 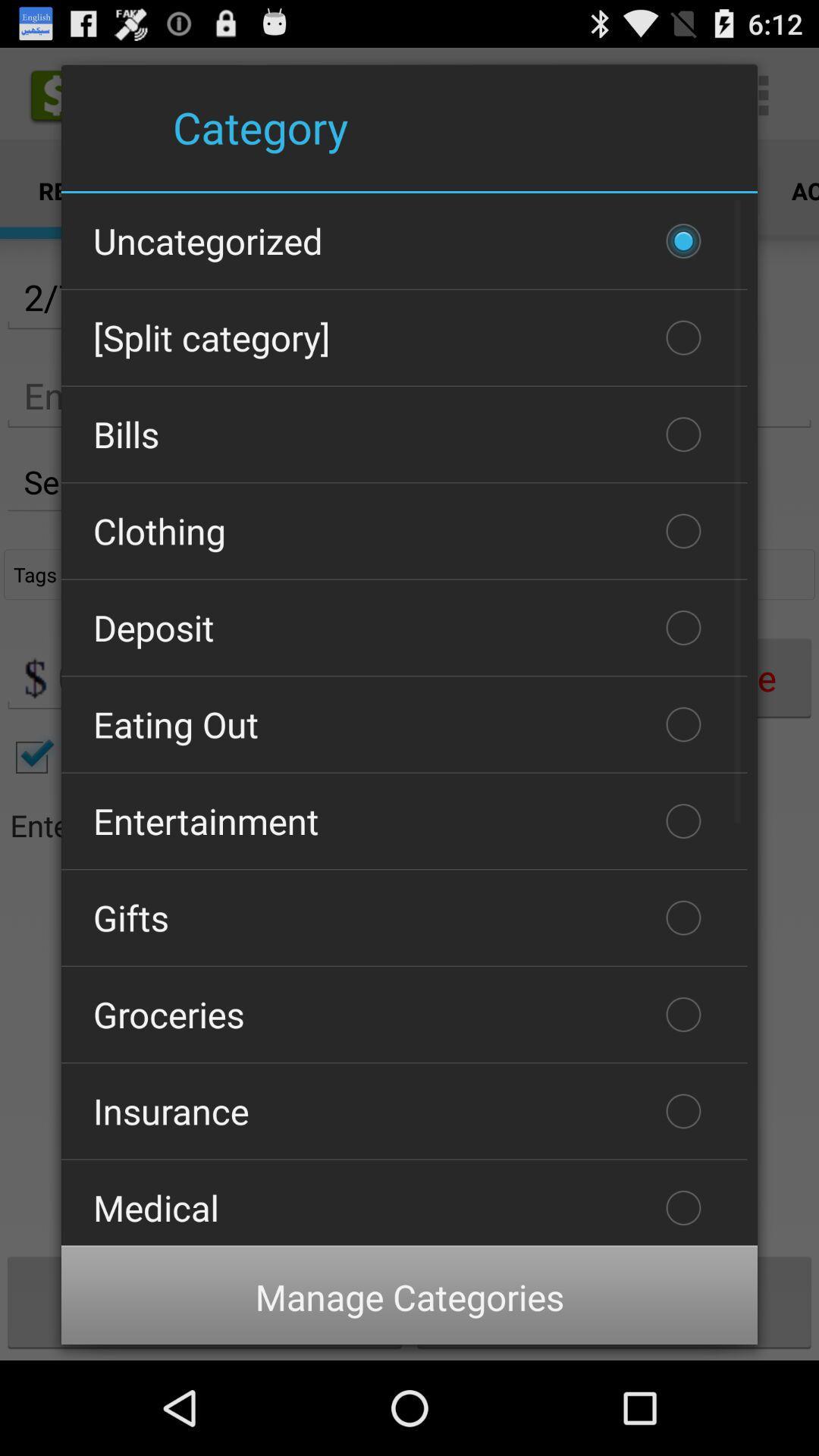 What do you see at coordinates (403, 531) in the screenshot?
I see `the item above the deposit item` at bounding box center [403, 531].